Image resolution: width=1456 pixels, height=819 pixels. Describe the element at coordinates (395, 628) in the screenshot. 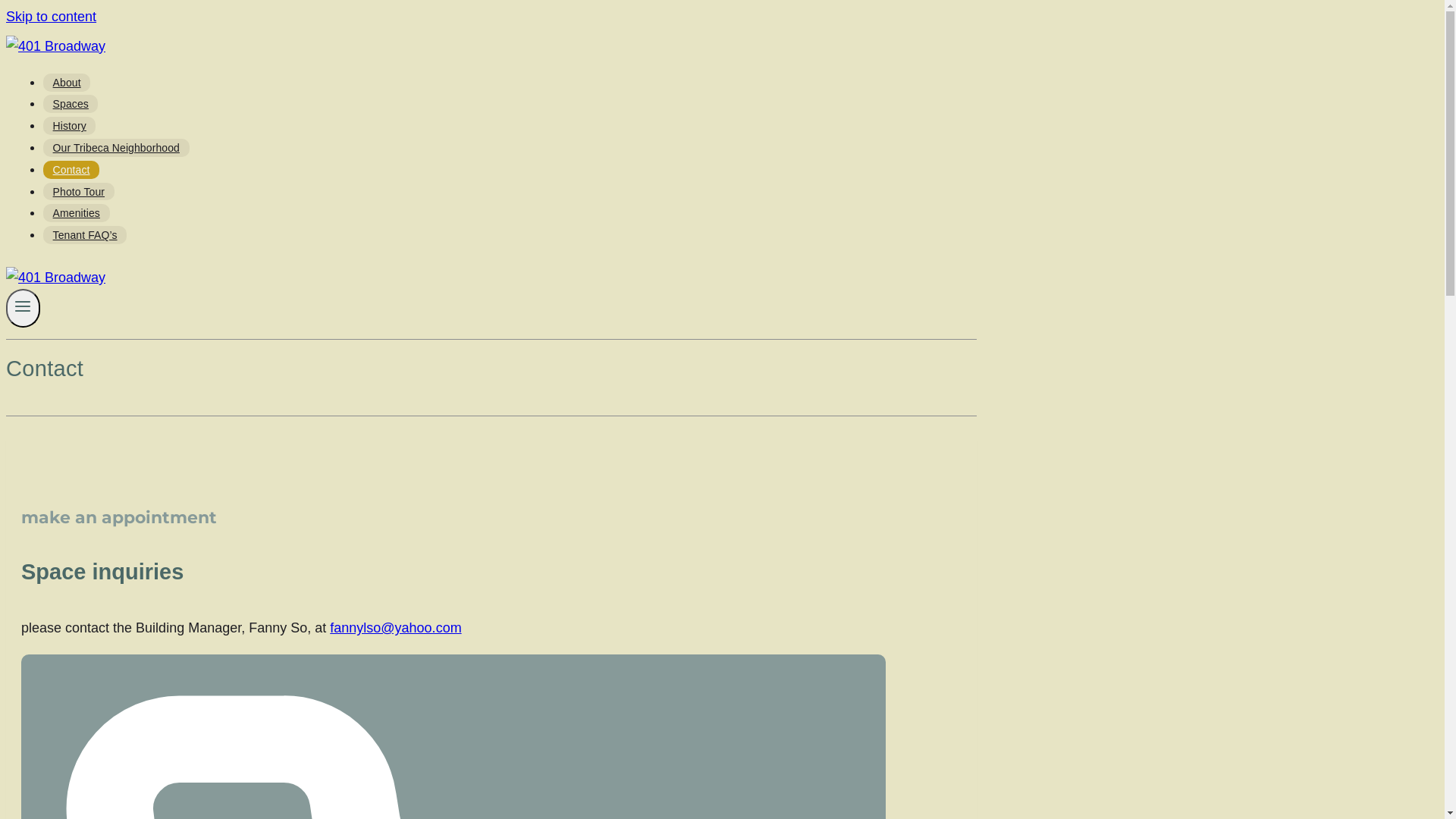

I see `'fannylso@yahoo.com'` at that location.